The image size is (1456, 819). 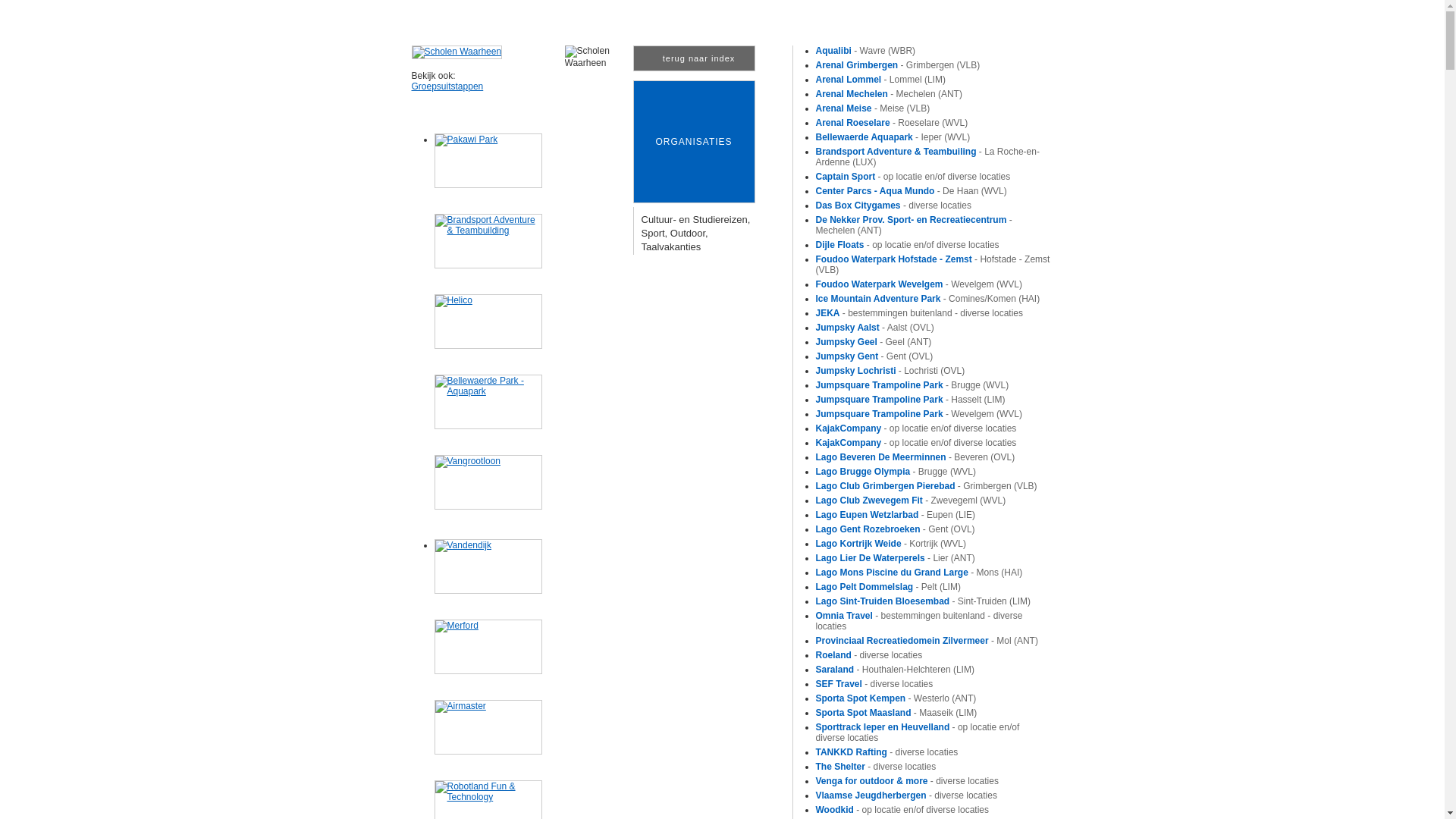 I want to click on 'Lago Kortrijk Weide - Kortrijk (WVL)', so click(x=891, y=543).